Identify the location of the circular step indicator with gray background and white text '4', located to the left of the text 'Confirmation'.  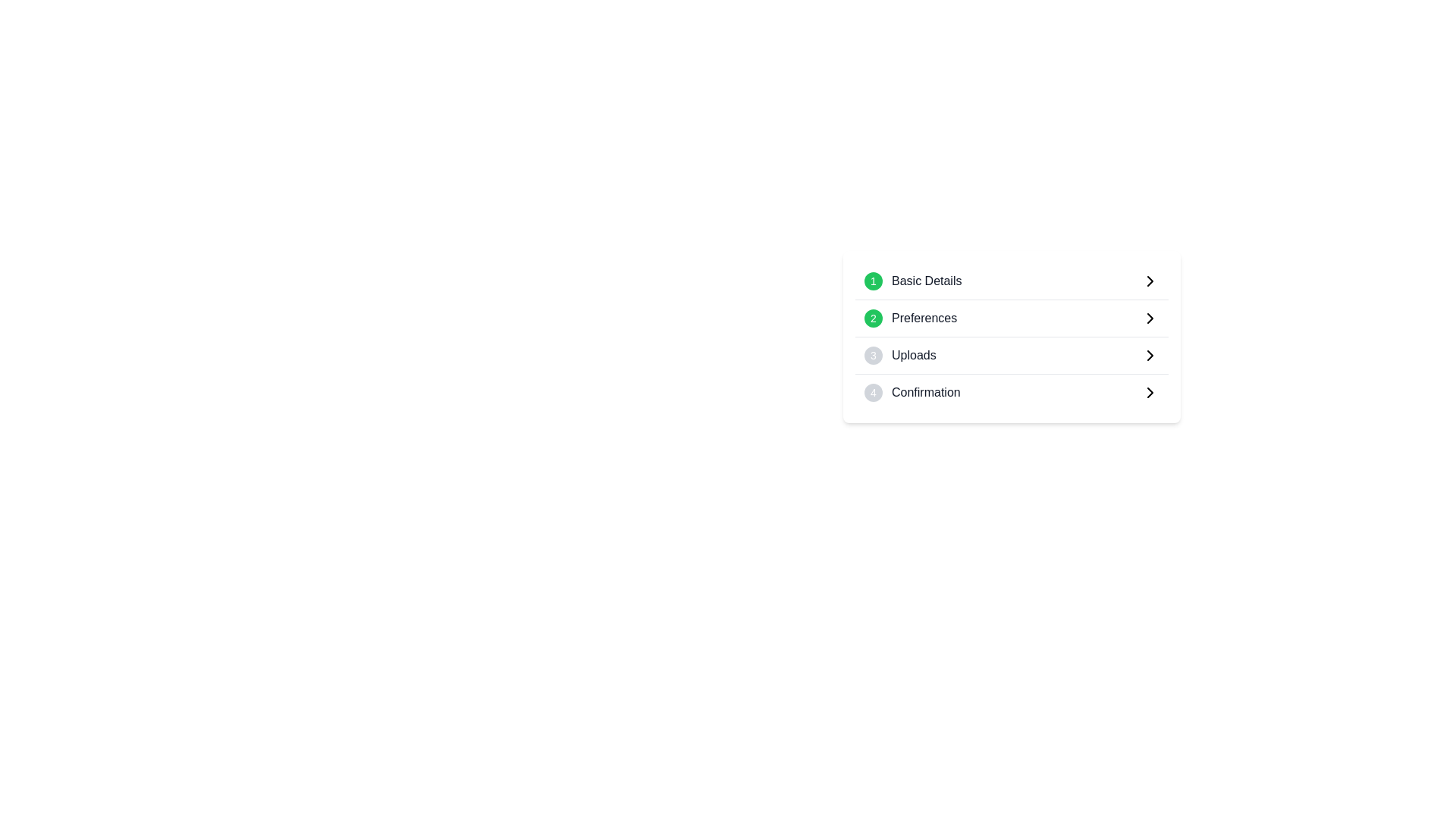
(874, 391).